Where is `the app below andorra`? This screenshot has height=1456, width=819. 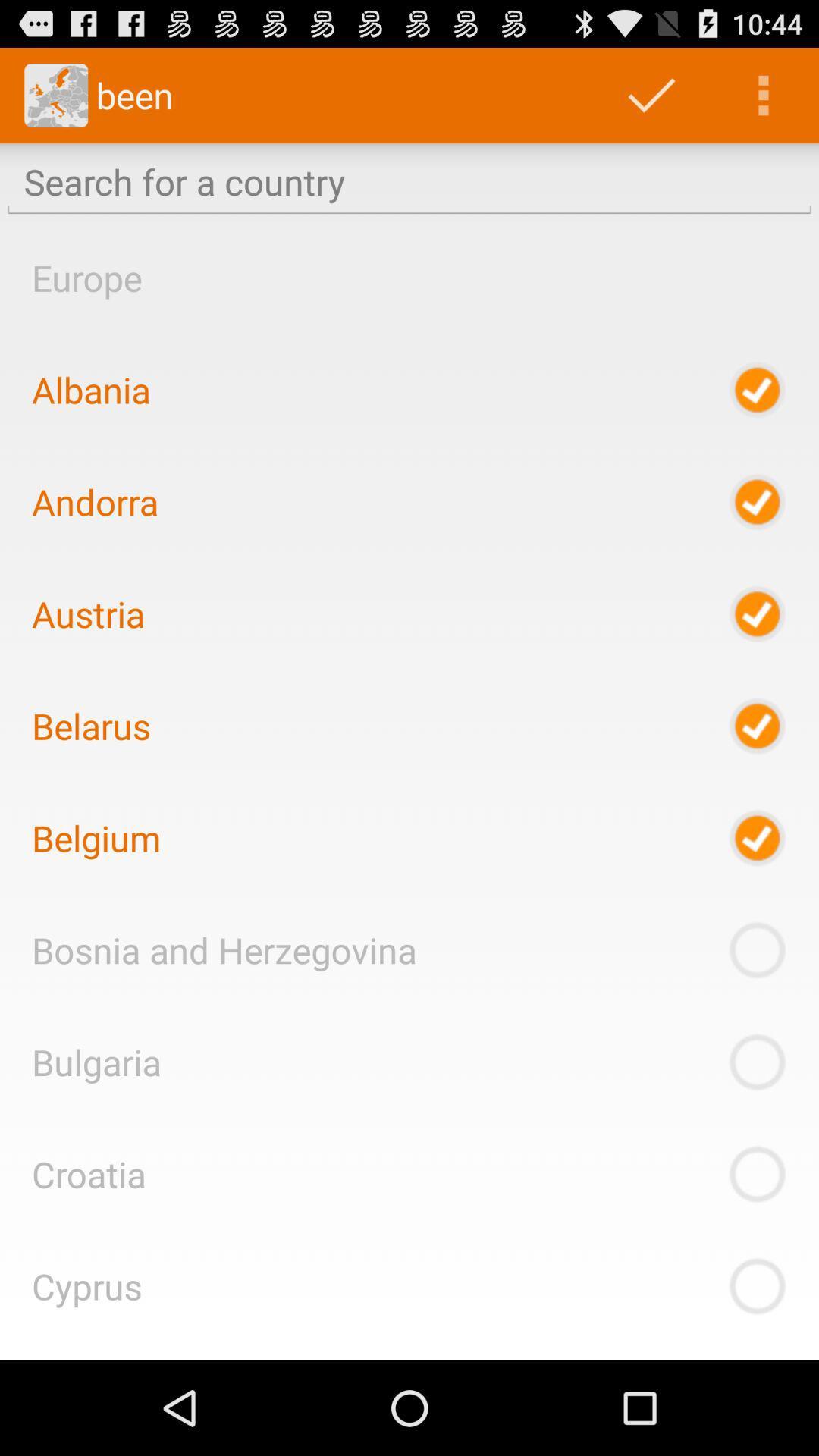 the app below andorra is located at coordinates (88, 613).